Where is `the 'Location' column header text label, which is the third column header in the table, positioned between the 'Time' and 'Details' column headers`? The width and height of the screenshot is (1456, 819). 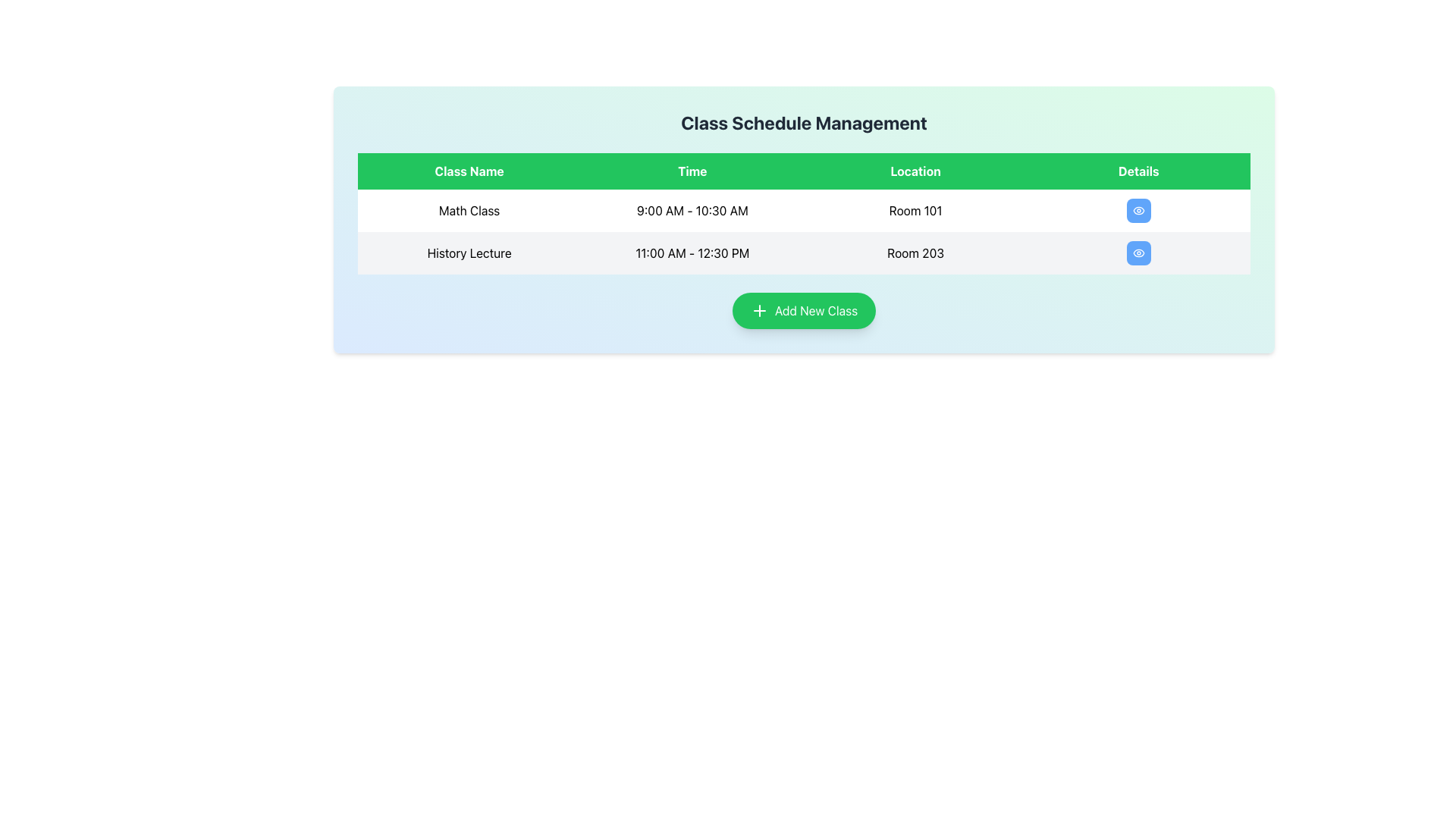 the 'Location' column header text label, which is the third column header in the table, positioned between the 'Time' and 'Details' column headers is located at coordinates (915, 171).